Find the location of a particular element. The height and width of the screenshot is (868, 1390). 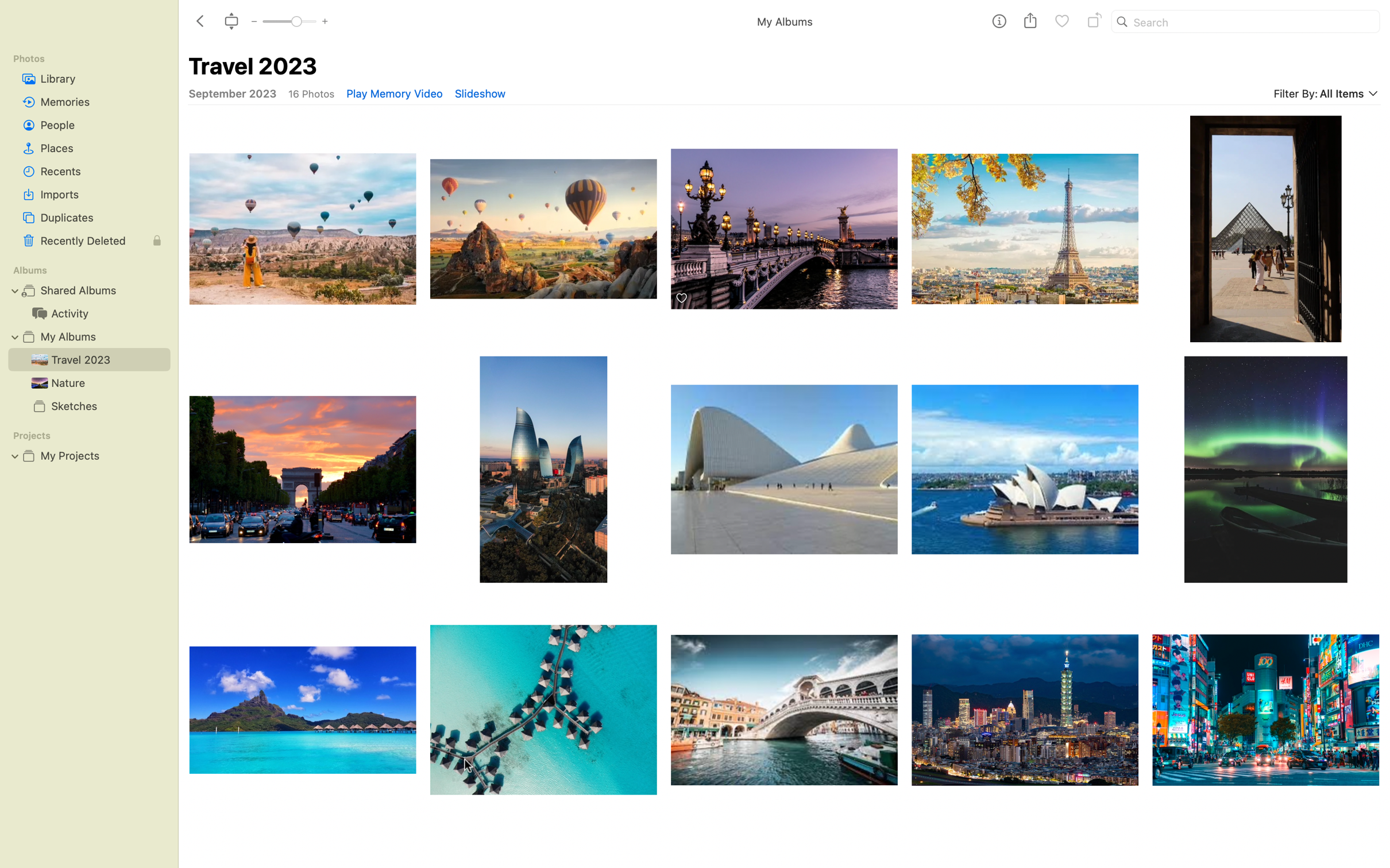

first picture with hot air balloons is located at coordinates (301, 223).